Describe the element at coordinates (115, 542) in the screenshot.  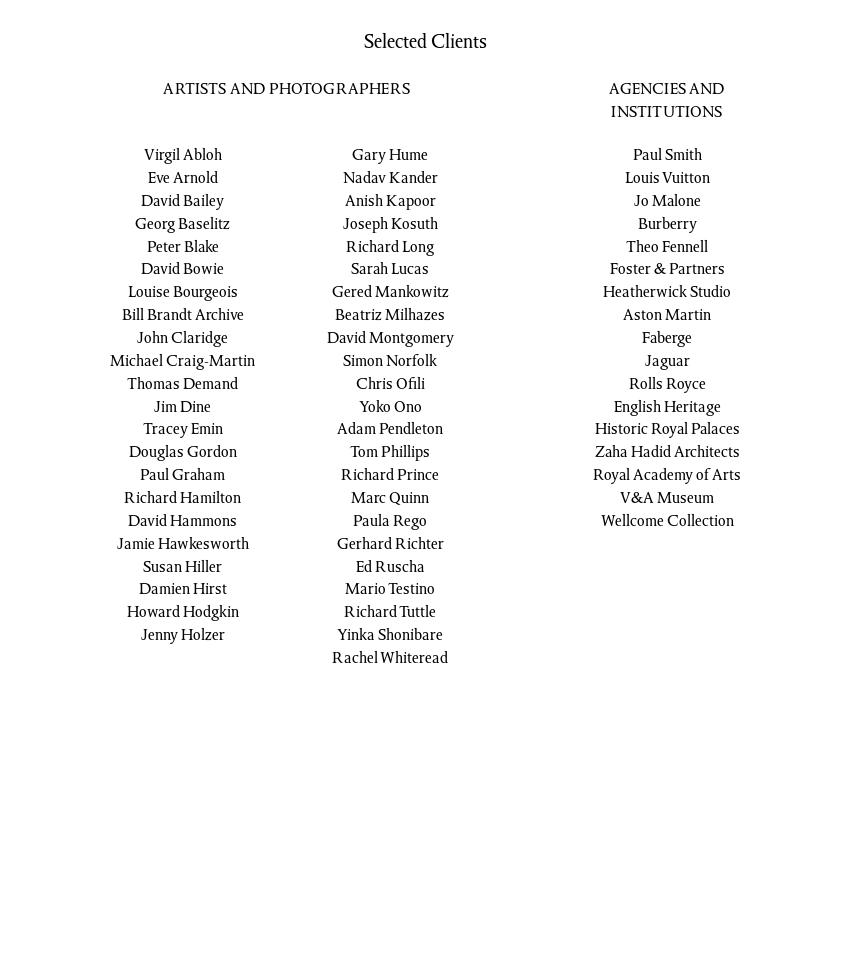
I see `'Jamie Hawkesworth'` at that location.